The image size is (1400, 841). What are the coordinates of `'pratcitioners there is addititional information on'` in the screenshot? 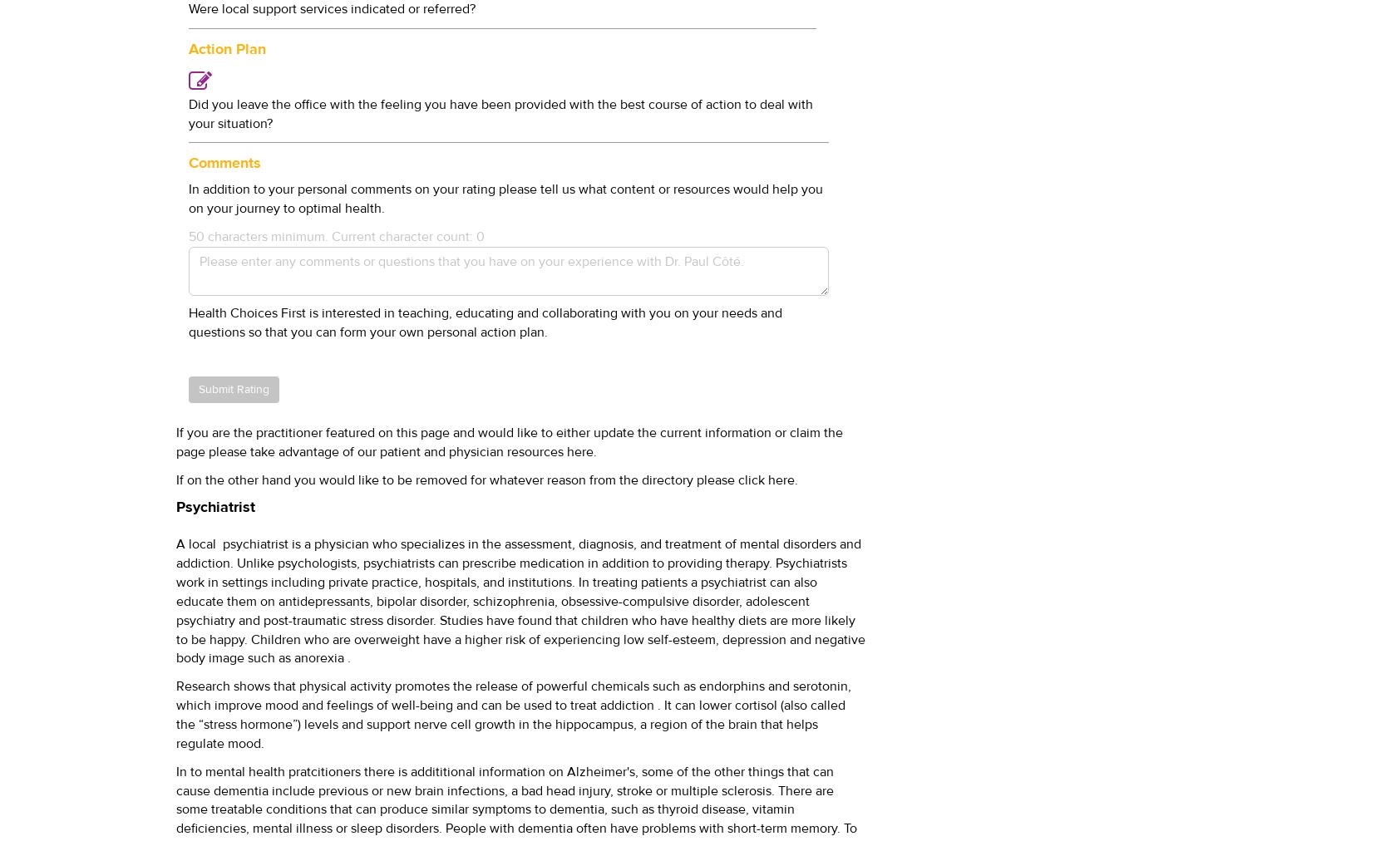 It's located at (425, 771).